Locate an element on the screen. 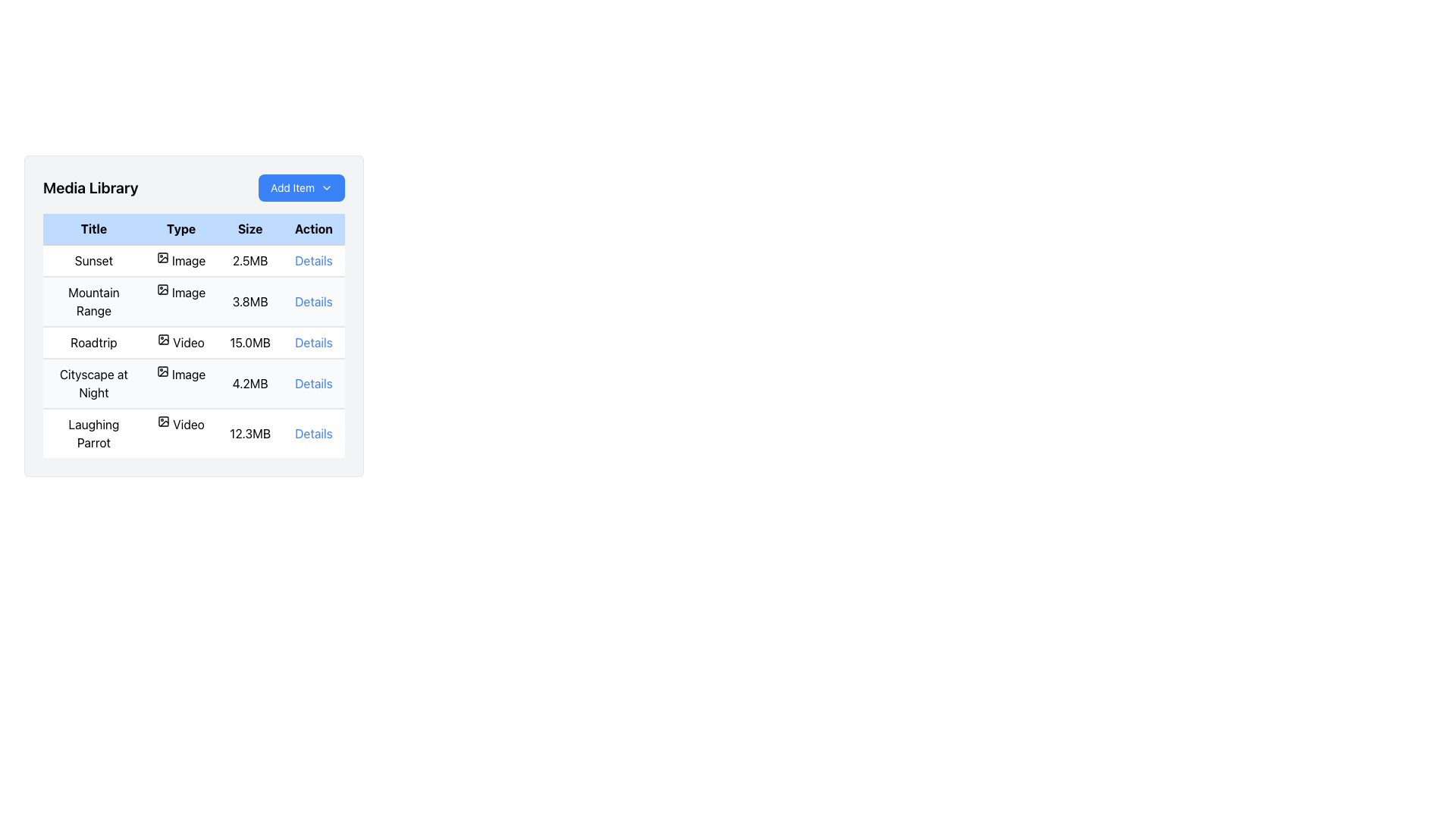 This screenshot has width=1456, height=819. the Static Label with Icon displaying 'Video' in the fifth row of the table, which is located between 'Laughing Parrot' and '12.3MB' is located at coordinates (181, 424).